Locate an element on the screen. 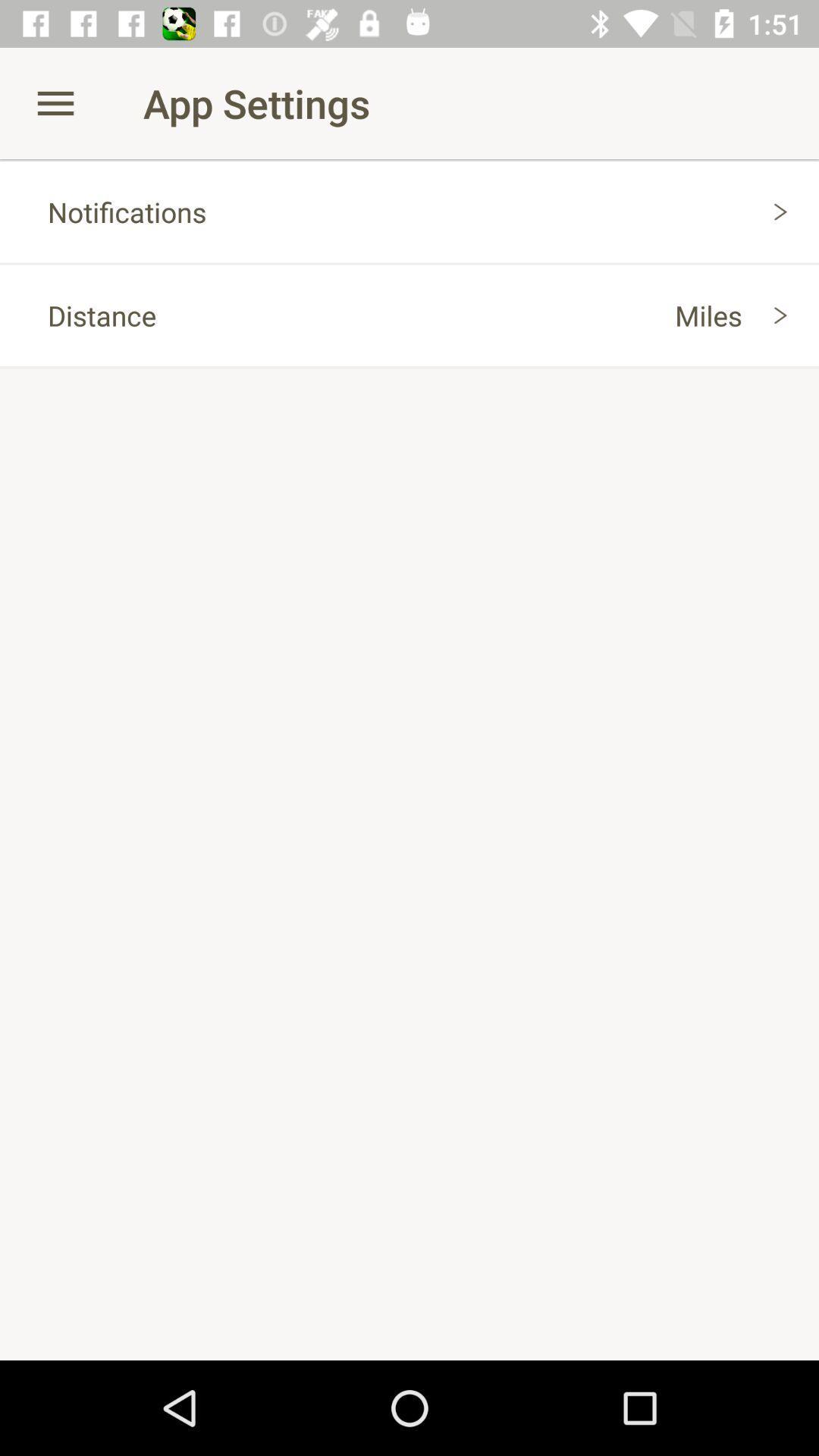 The height and width of the screenshot is (1456, 819). notifications icon is located at coordinates (409, 211).